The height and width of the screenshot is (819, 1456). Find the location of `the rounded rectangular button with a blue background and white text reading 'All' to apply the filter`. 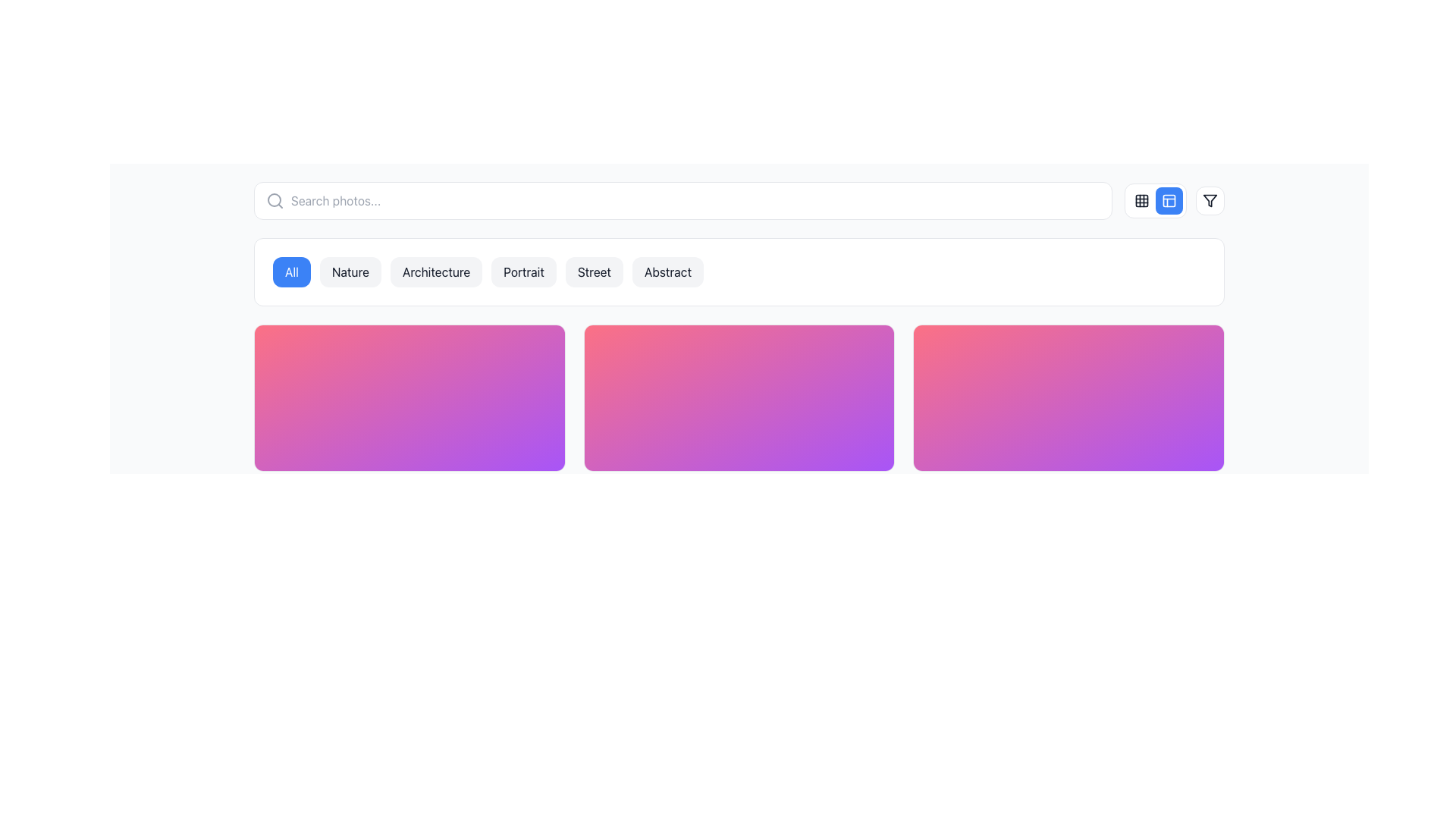

the rounded rectangular button with a blue background and white text reading 'All' to apply the filter is located at coordinates (291, 271).